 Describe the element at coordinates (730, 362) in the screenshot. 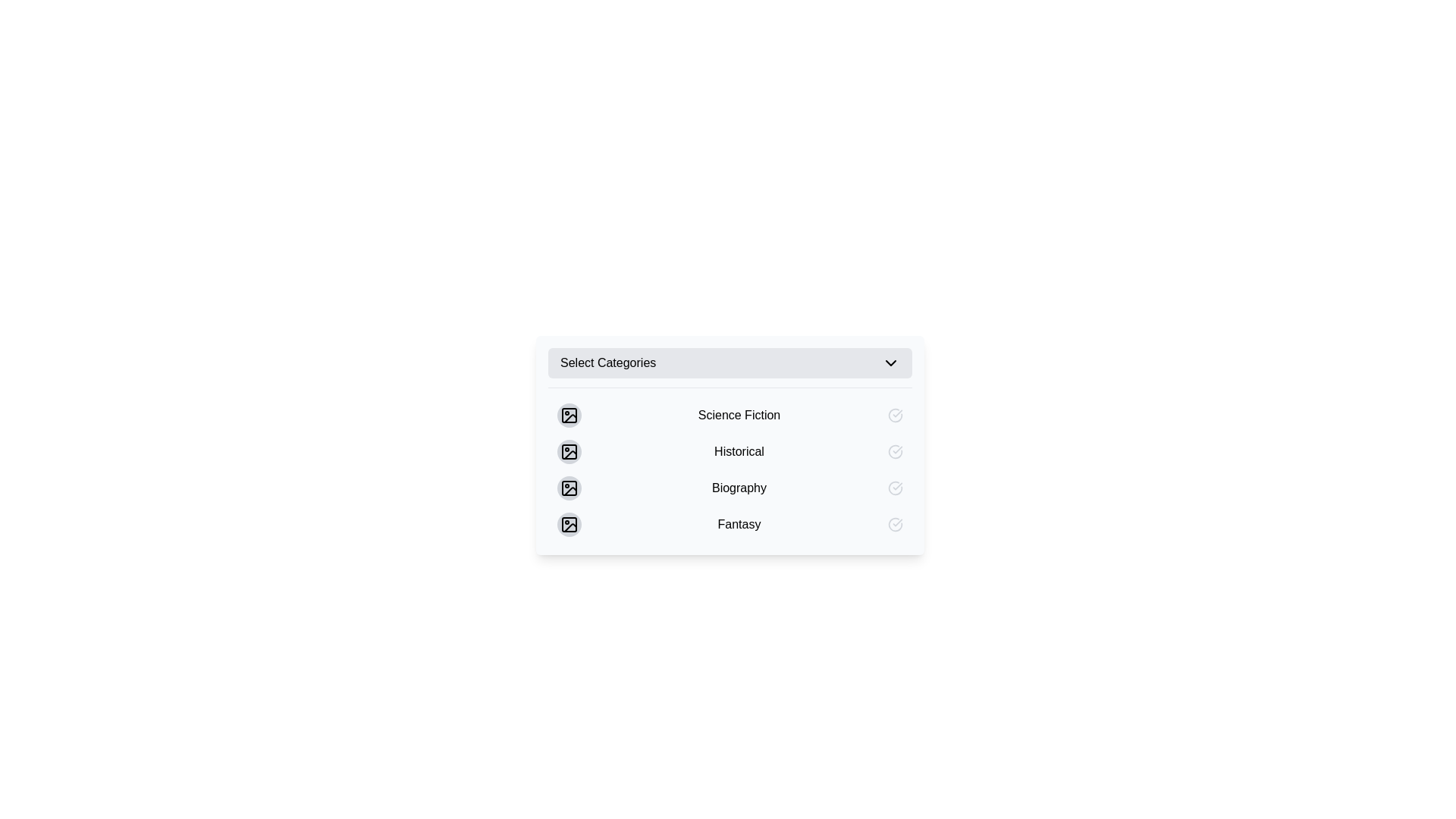

I see `the dropdown menu labeled 'Select Categories' with a light gray background and rounded corners` at that location.